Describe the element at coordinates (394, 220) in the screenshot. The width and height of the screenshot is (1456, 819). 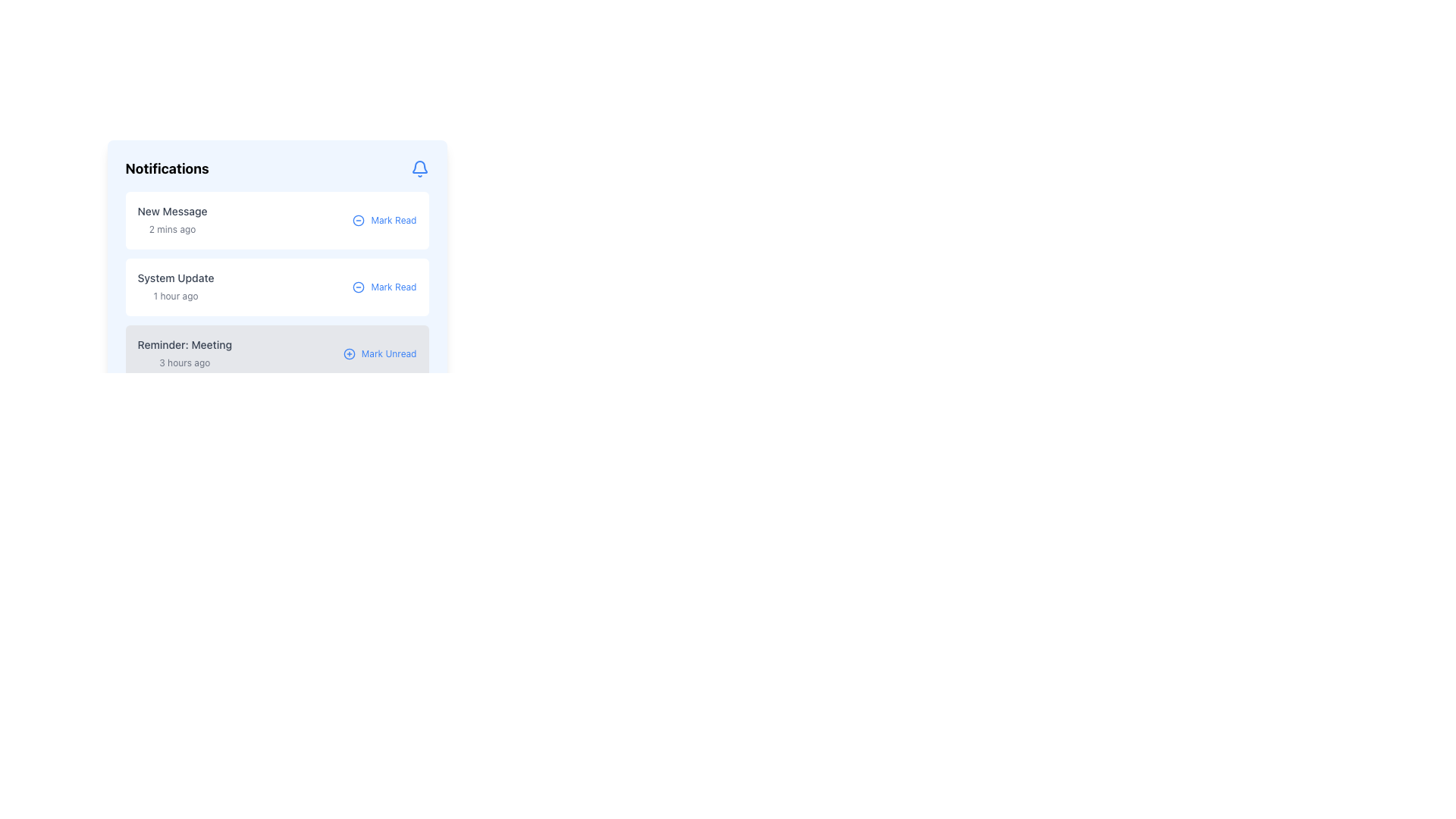
I see `the 'Mark Read' text label, which is prominently displayed in light blue color, located at the rightmost position of the first notification entry titled 'New Message'` at that location.